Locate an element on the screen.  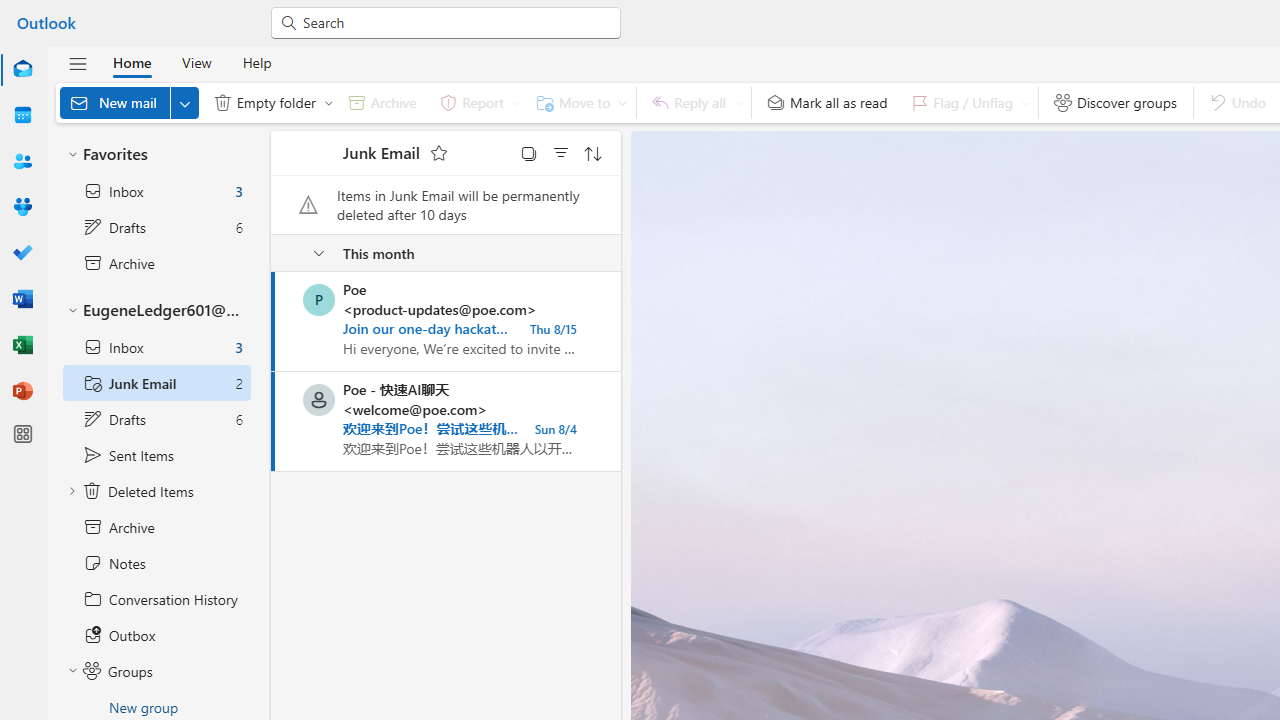
'System' is located at coordinates (10, 11).